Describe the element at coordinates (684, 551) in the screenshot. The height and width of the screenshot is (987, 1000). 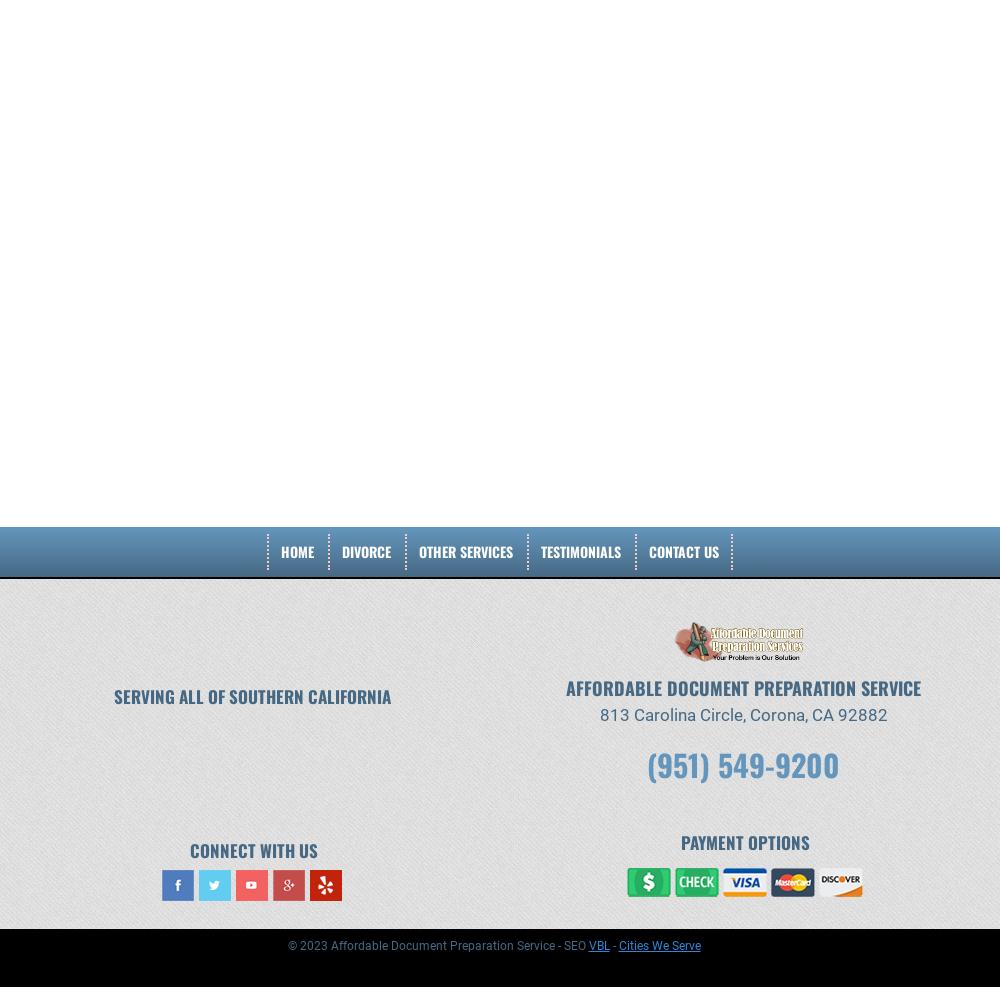
I see `'Contact Us'` at that location.